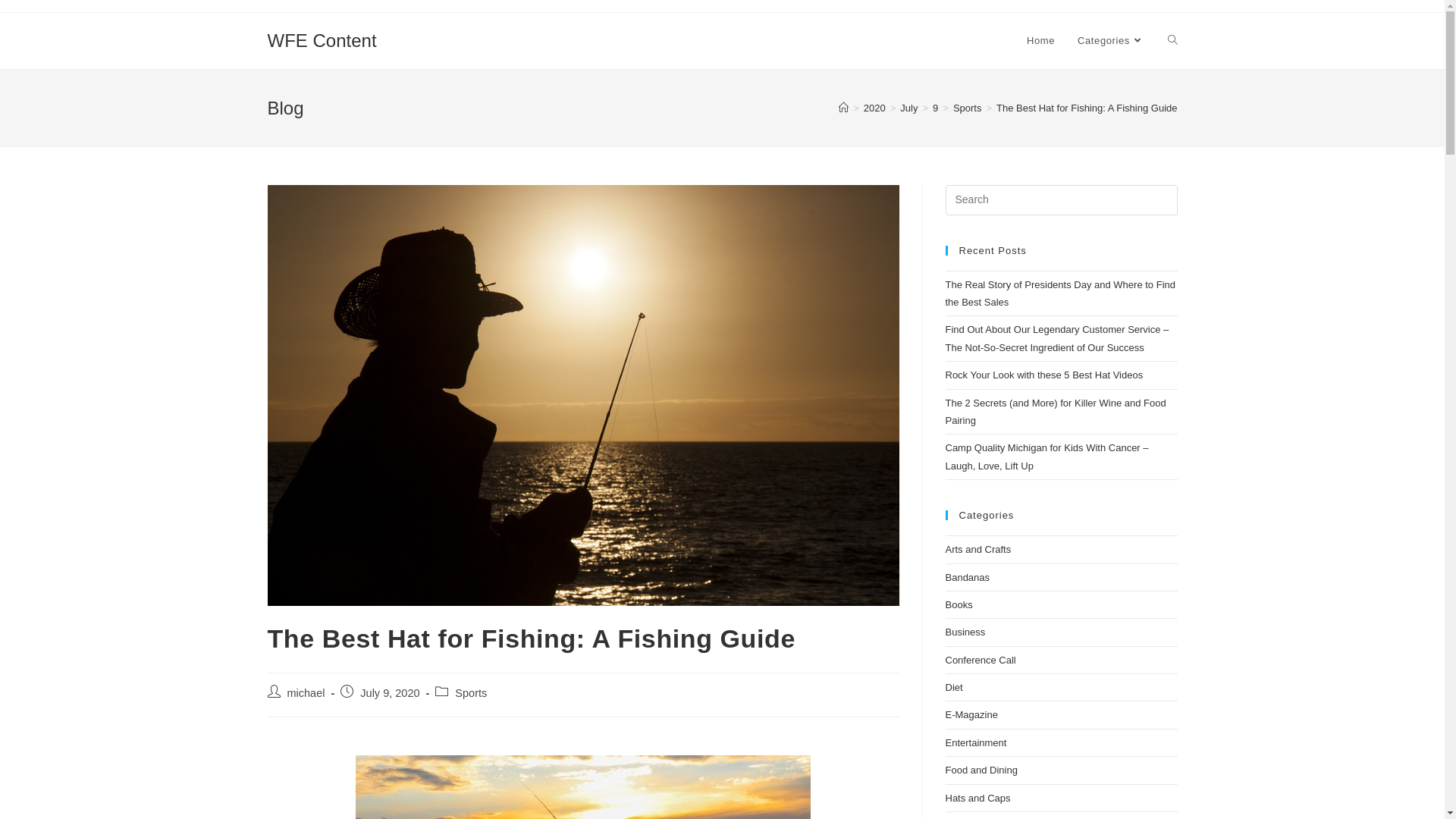  I want to click on 'WFE Content', so click(320, 39).